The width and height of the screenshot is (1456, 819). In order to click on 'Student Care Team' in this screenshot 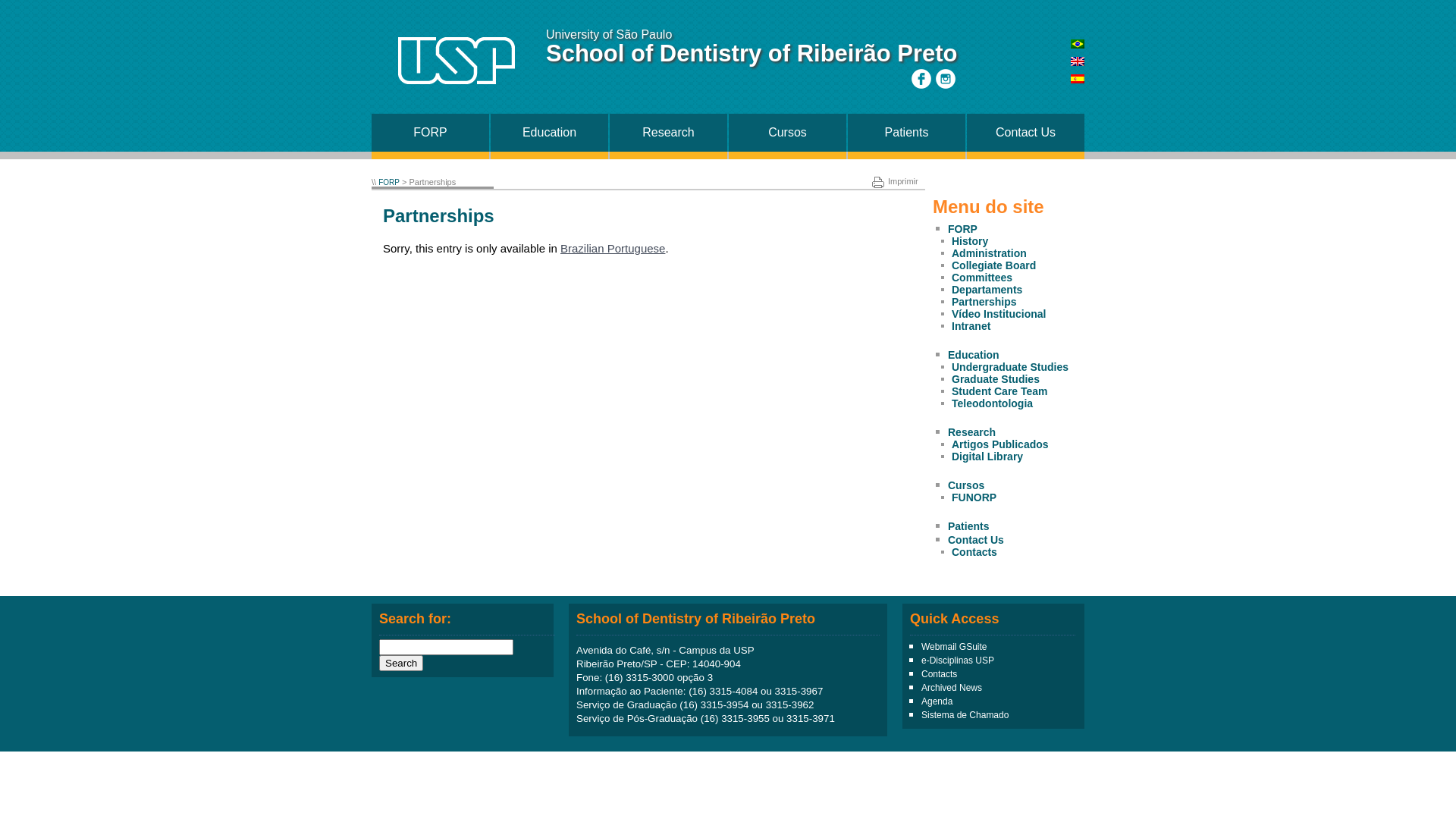, I will do `click(999, 391)`.